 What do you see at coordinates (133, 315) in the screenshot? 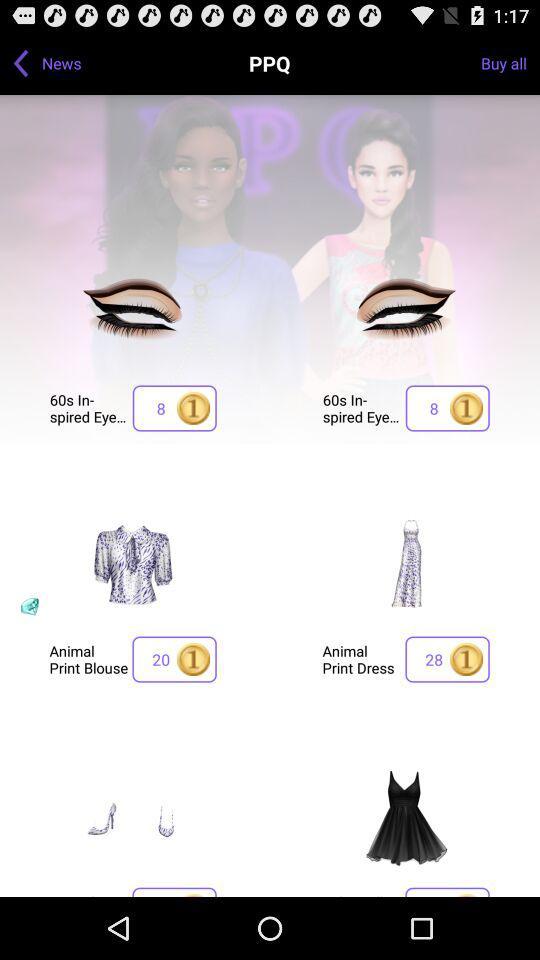
I see `the left eye image` at bounding box center [133, 315].